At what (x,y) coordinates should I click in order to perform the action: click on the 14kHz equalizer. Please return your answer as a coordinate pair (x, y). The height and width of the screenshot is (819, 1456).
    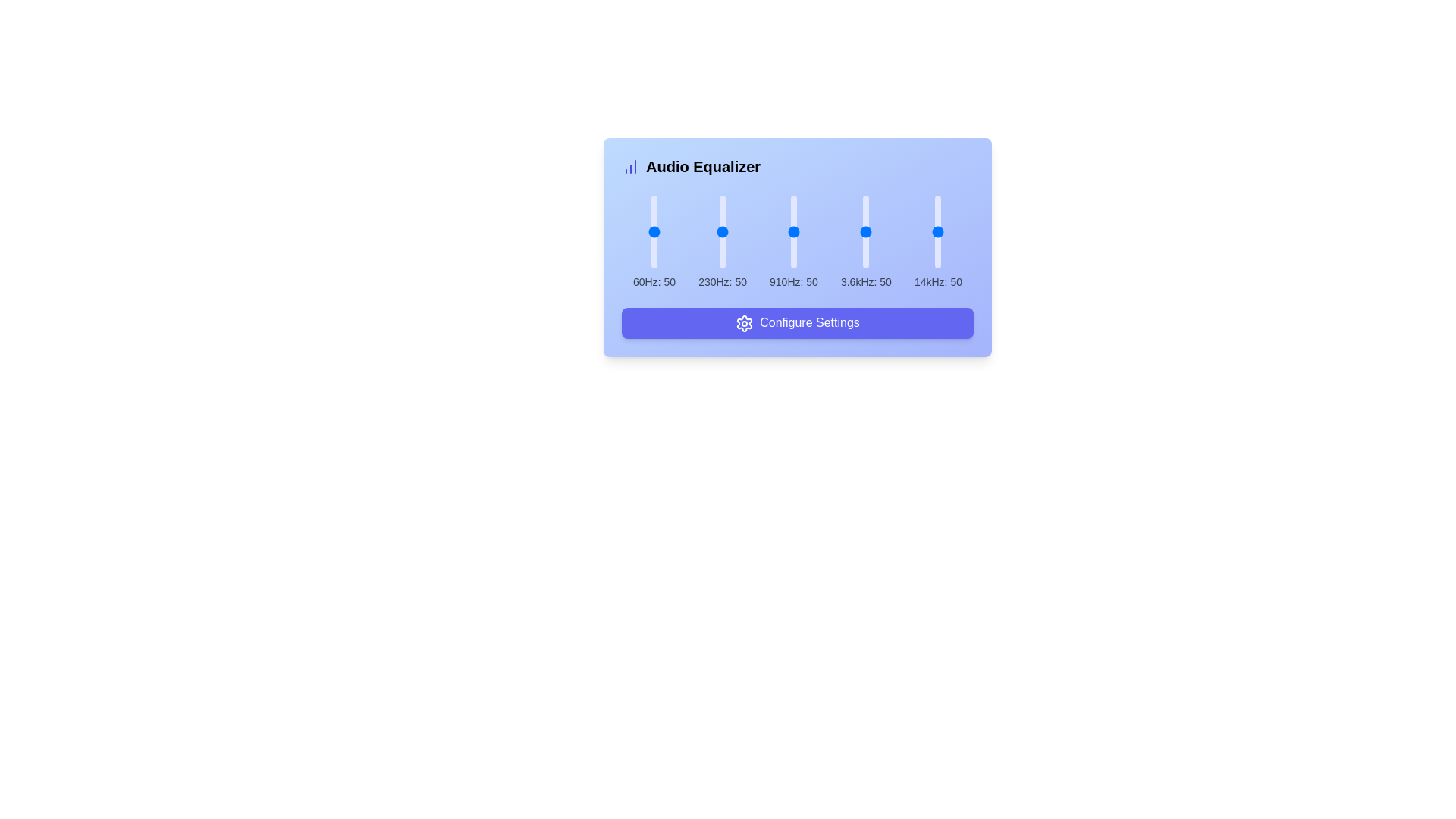
    Looking at the image, I should click on (937, 253).